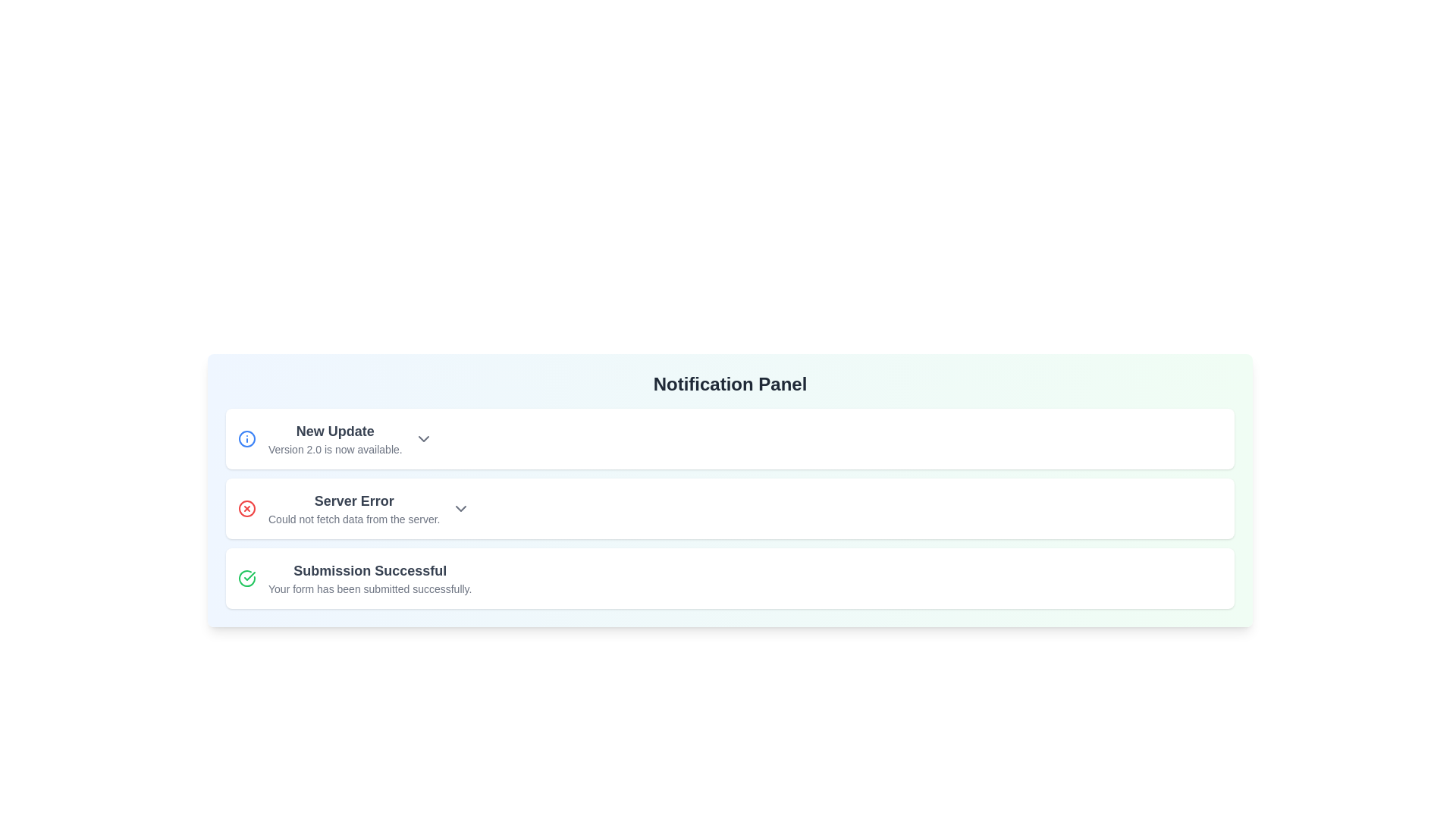  What do you see at coordinates (353, 509) in the screenshot?
I see `error message displayed in the text block that states 'Could not fetch data from the server.' This text block is the second item in a vertically arranged notification panel, situated below the 'New Update' notification and above the 'Submission Successful' notification` at bounding box center [353, 509].